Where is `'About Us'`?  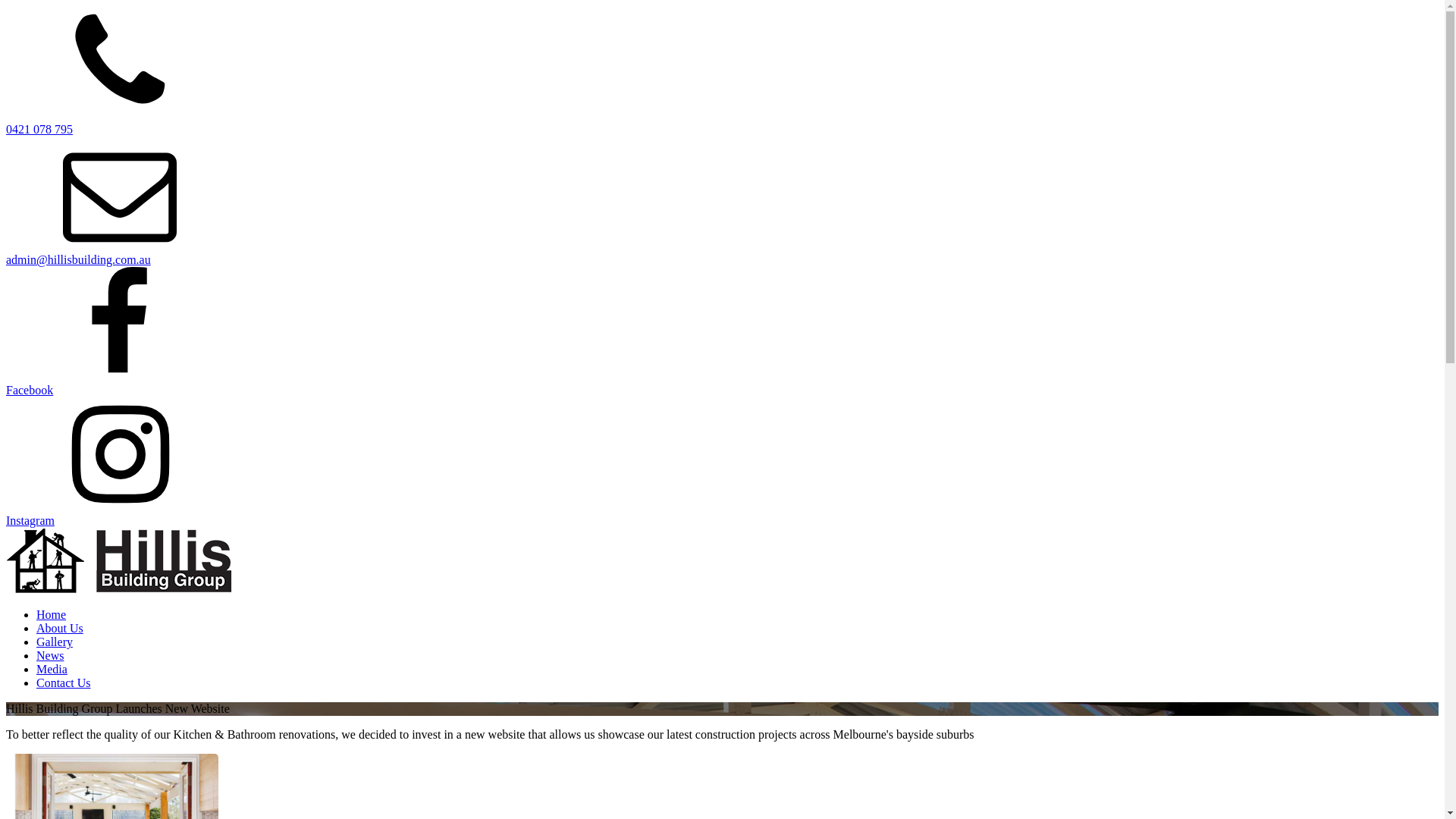 'About Us' is located at coordinates (59, 628).